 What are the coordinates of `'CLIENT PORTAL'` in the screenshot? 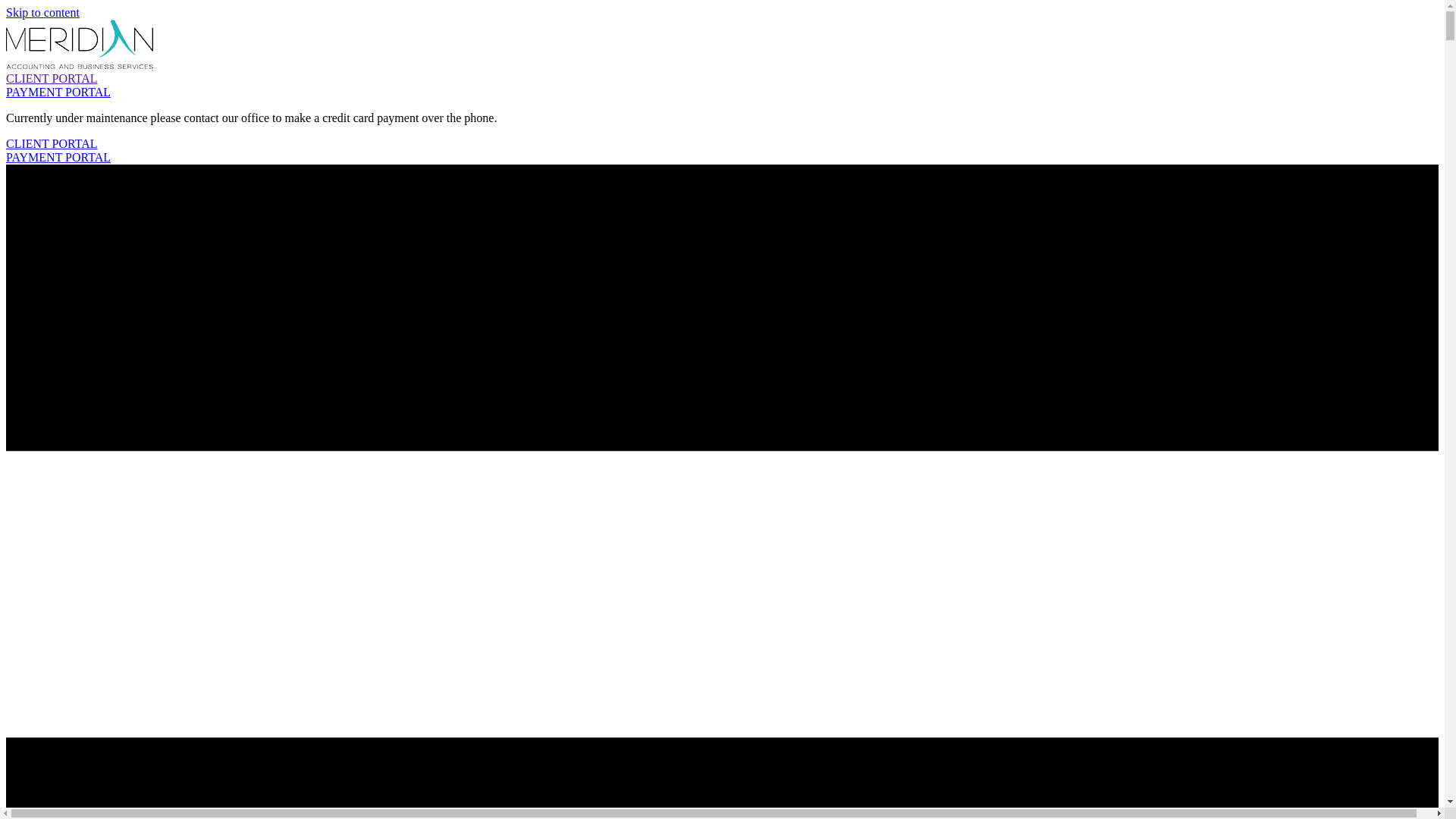 It's located at (52, 78).